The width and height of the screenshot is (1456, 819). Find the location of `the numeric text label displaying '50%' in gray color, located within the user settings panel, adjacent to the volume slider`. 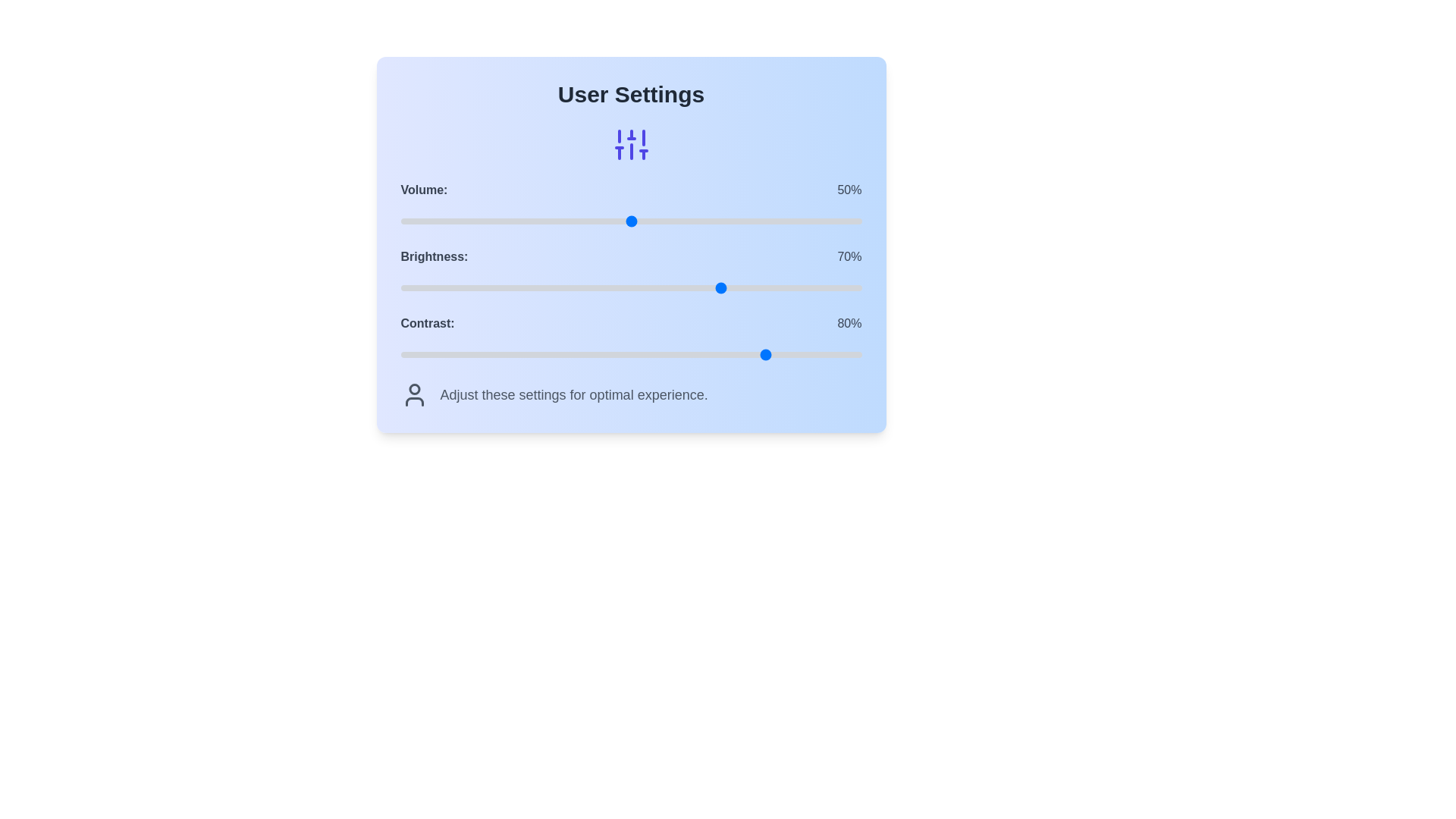

the numeric text label displaying '50%' in gray color, located within the user settings panel, adjacent to the volume slider is located at coordinates (849, 189).